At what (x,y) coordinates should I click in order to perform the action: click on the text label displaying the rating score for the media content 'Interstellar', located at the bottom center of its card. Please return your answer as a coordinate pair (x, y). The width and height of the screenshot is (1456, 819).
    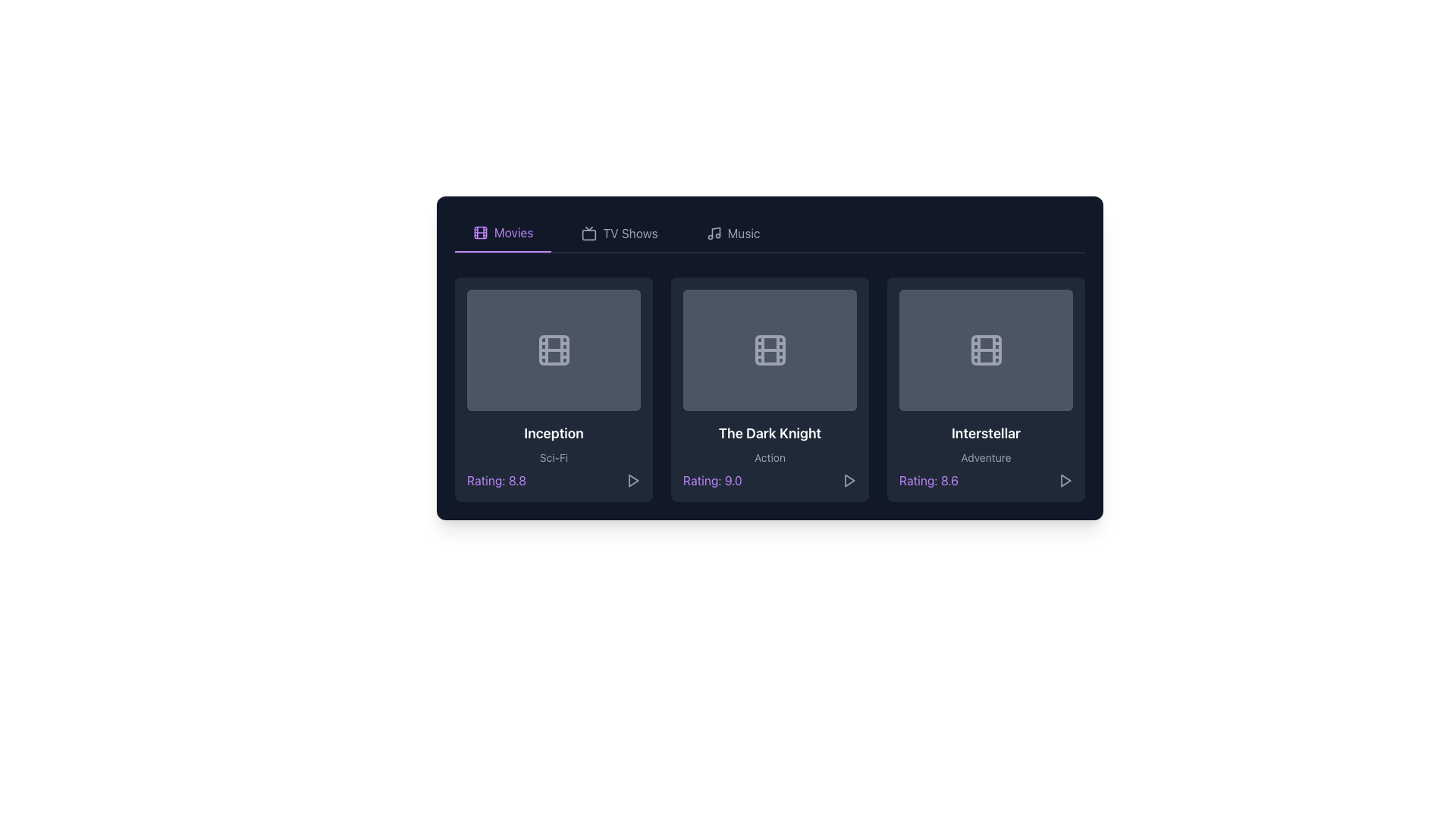
    Looking at the image, I should click on (927, 480).